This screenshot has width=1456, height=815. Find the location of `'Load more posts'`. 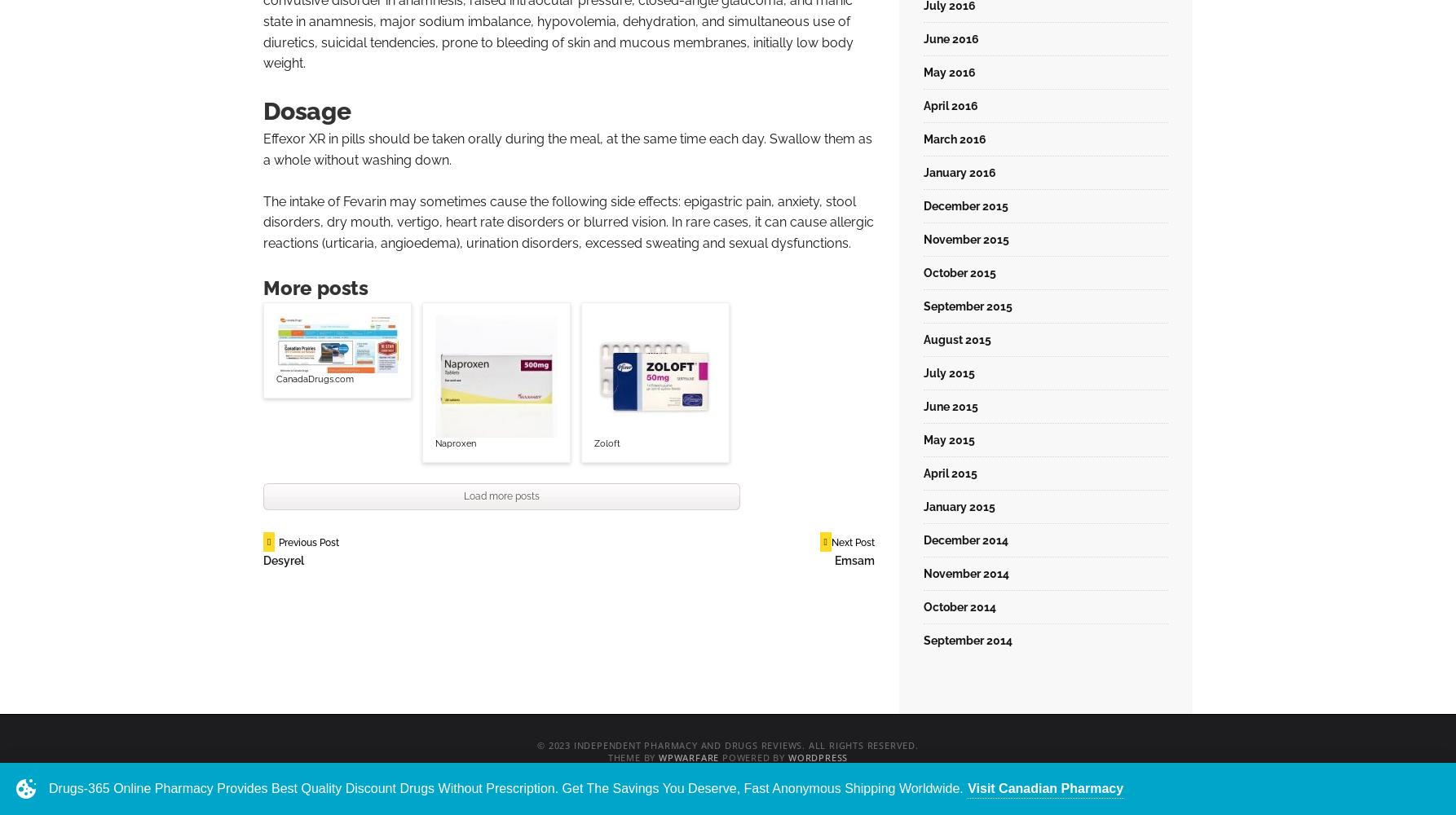

'Load more posts' is located at coordinates (501, 496).